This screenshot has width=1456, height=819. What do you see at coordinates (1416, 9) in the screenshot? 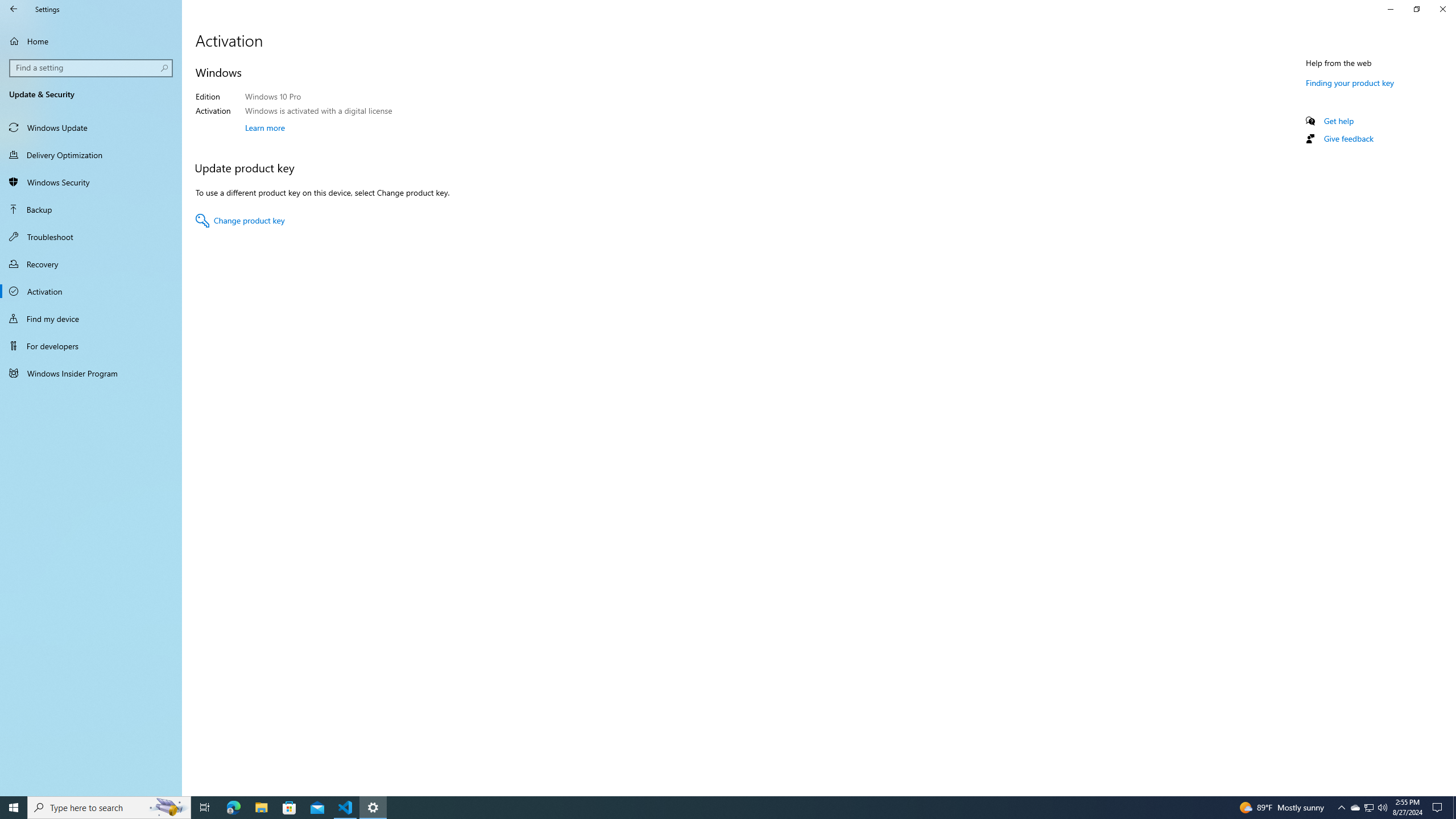
I see `'Restore Settings'` at bounding box center [1416, 9].